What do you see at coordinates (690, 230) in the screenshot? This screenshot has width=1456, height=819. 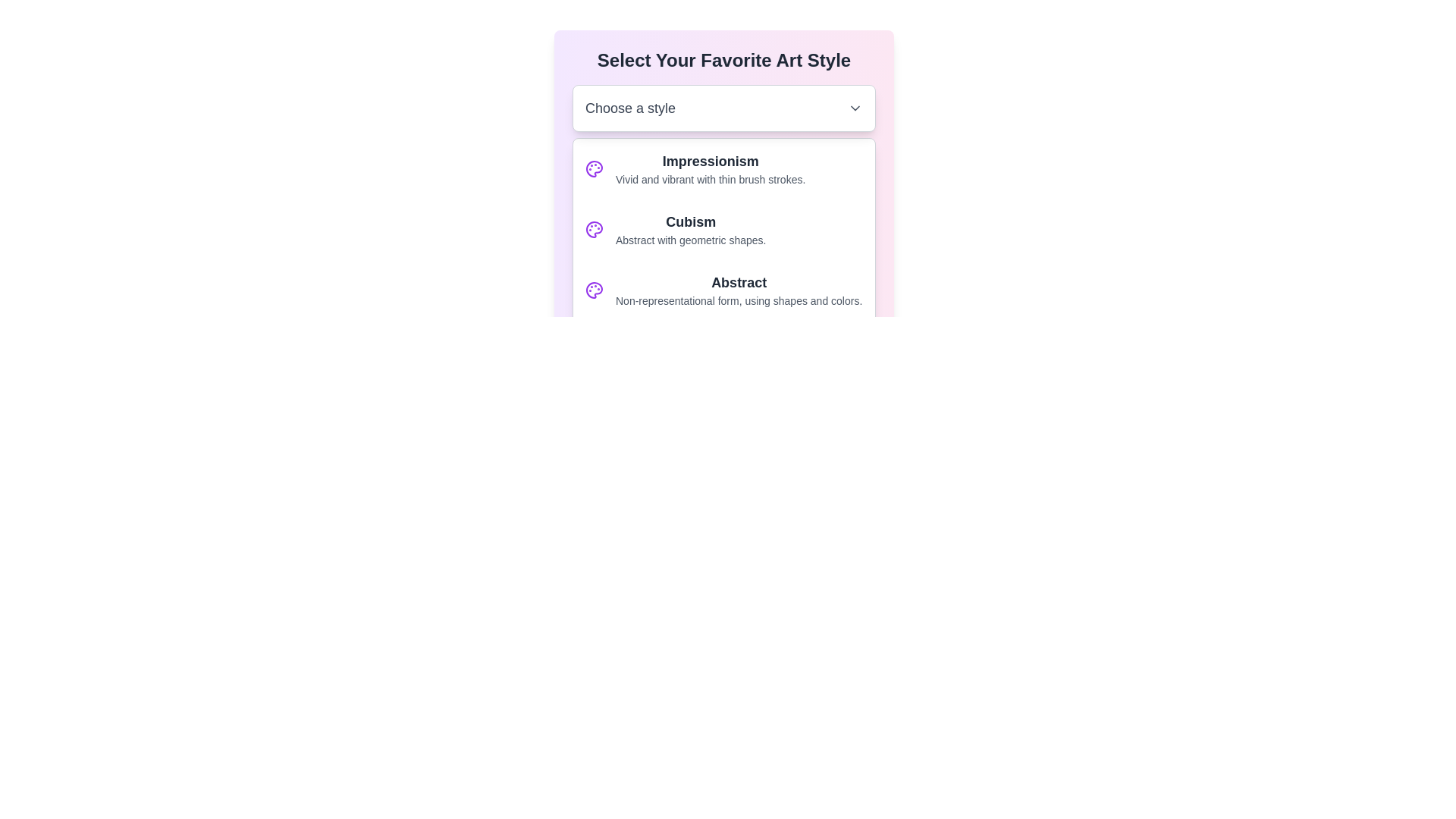 I see `the 'Cubism' style option displayed in the second selectable card under 'Select Your Favorite Art Style.'` at bounding box center [690, 230].